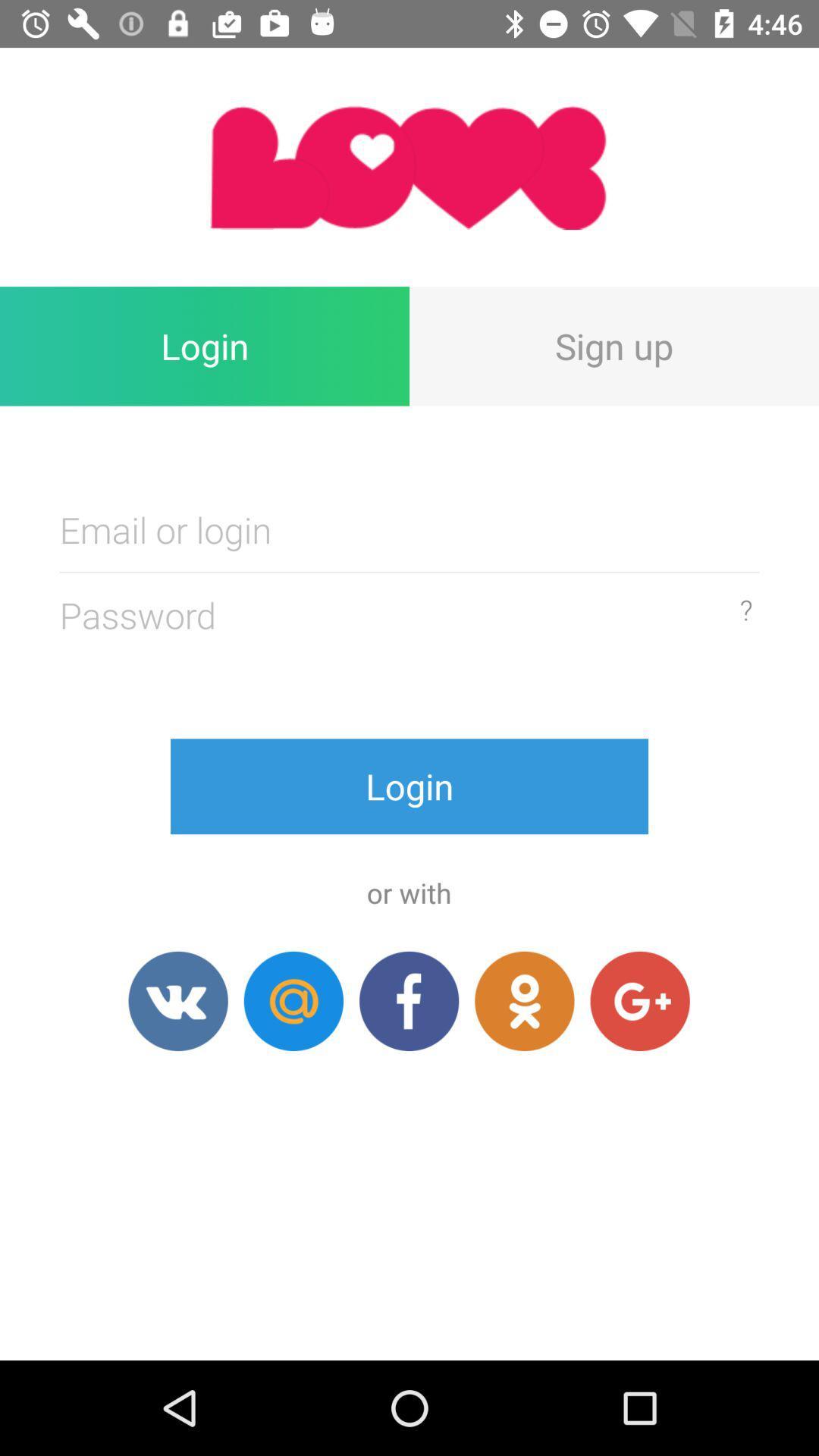 Image resolution: width=819 pixels, height=1456 pixels. Describe the element at coordinates (614, 345) in the screenshot. I see `icon to the right of login` at that location.